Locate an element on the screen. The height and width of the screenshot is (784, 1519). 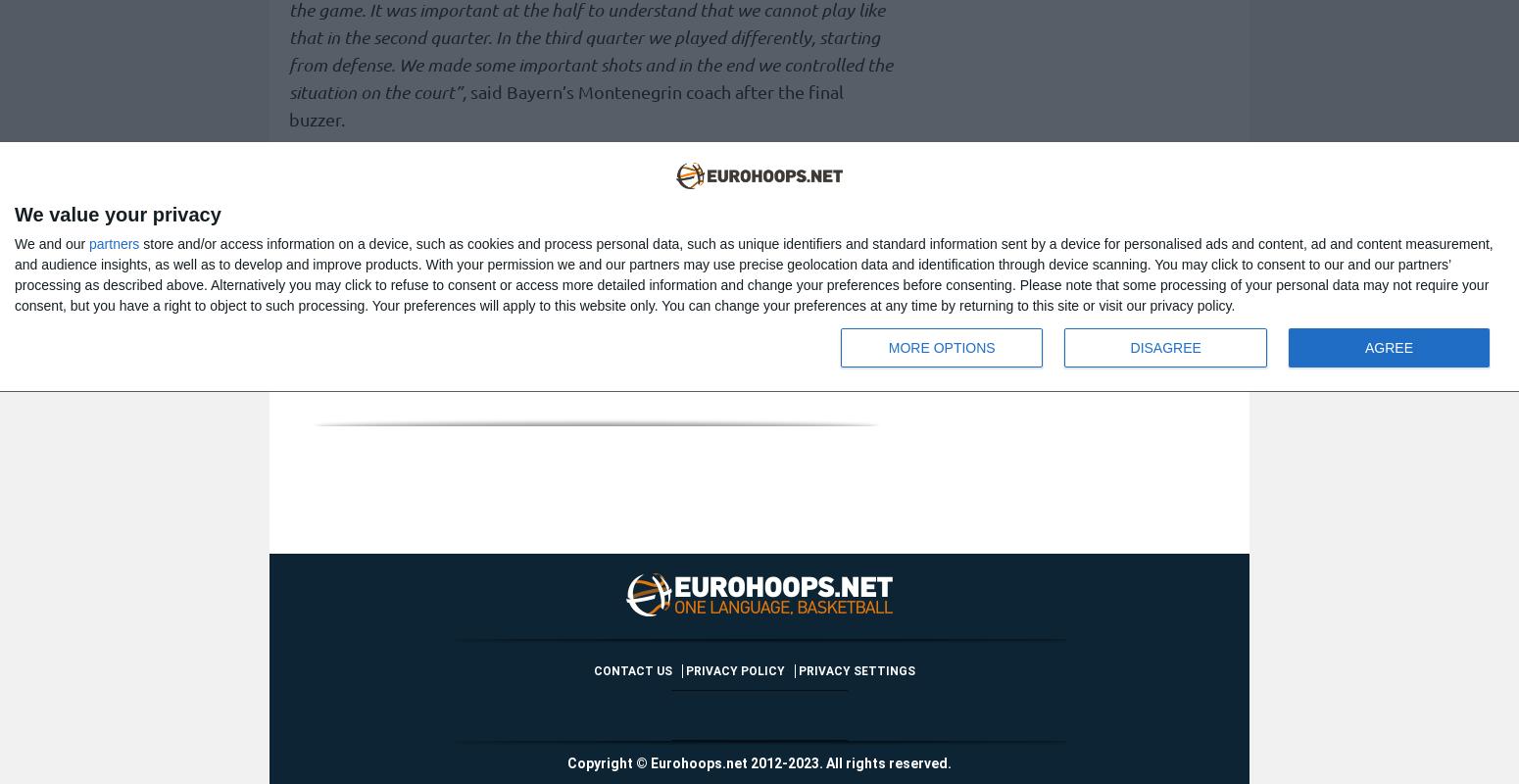
'Copyright © Eurohoops.net 2012-2023. All rights reserved.' is located at coordinates (566, 762).